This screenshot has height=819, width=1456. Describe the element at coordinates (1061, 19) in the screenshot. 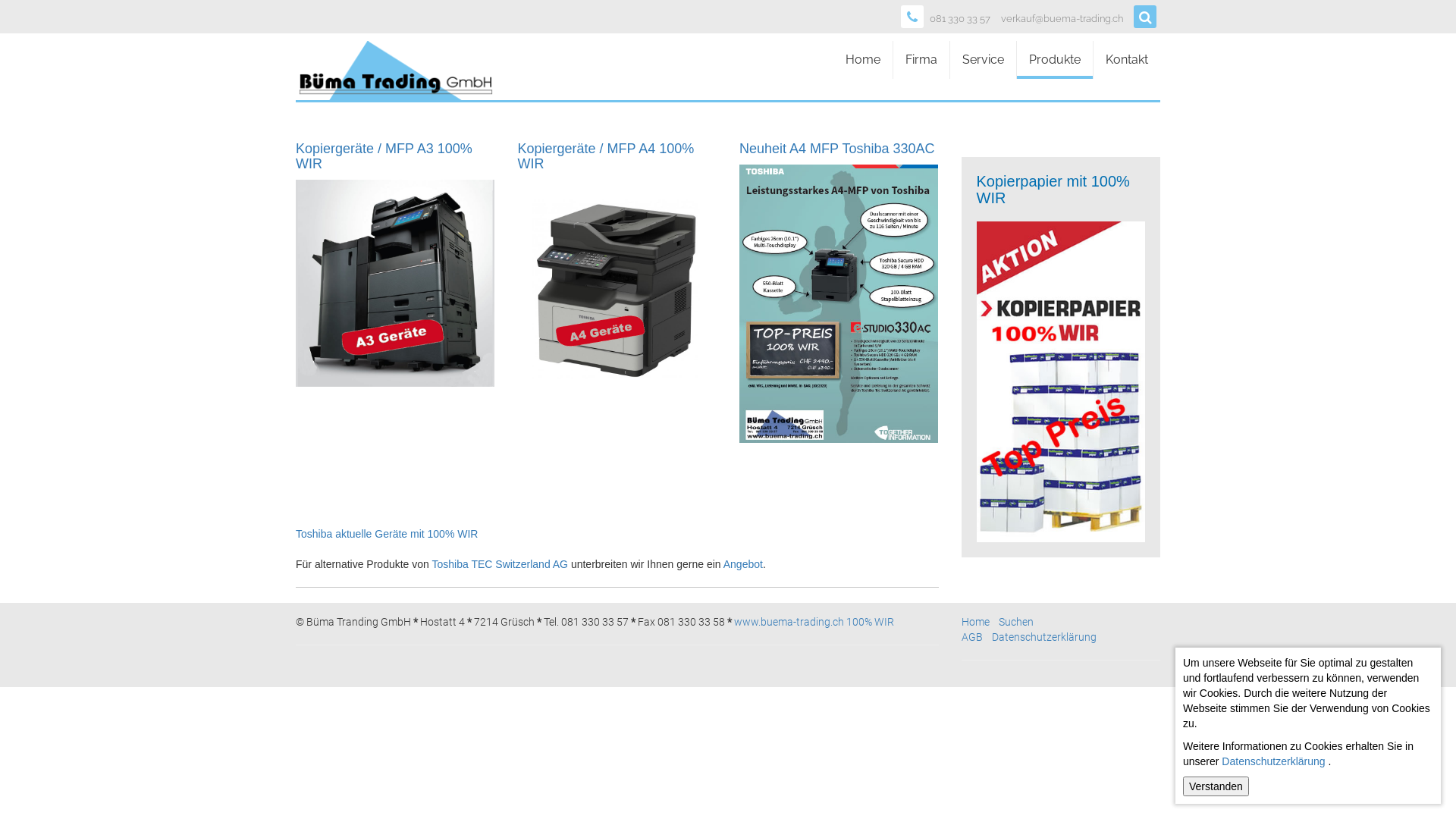

I see `'verkauf@buema-trading.ch'` at that location.